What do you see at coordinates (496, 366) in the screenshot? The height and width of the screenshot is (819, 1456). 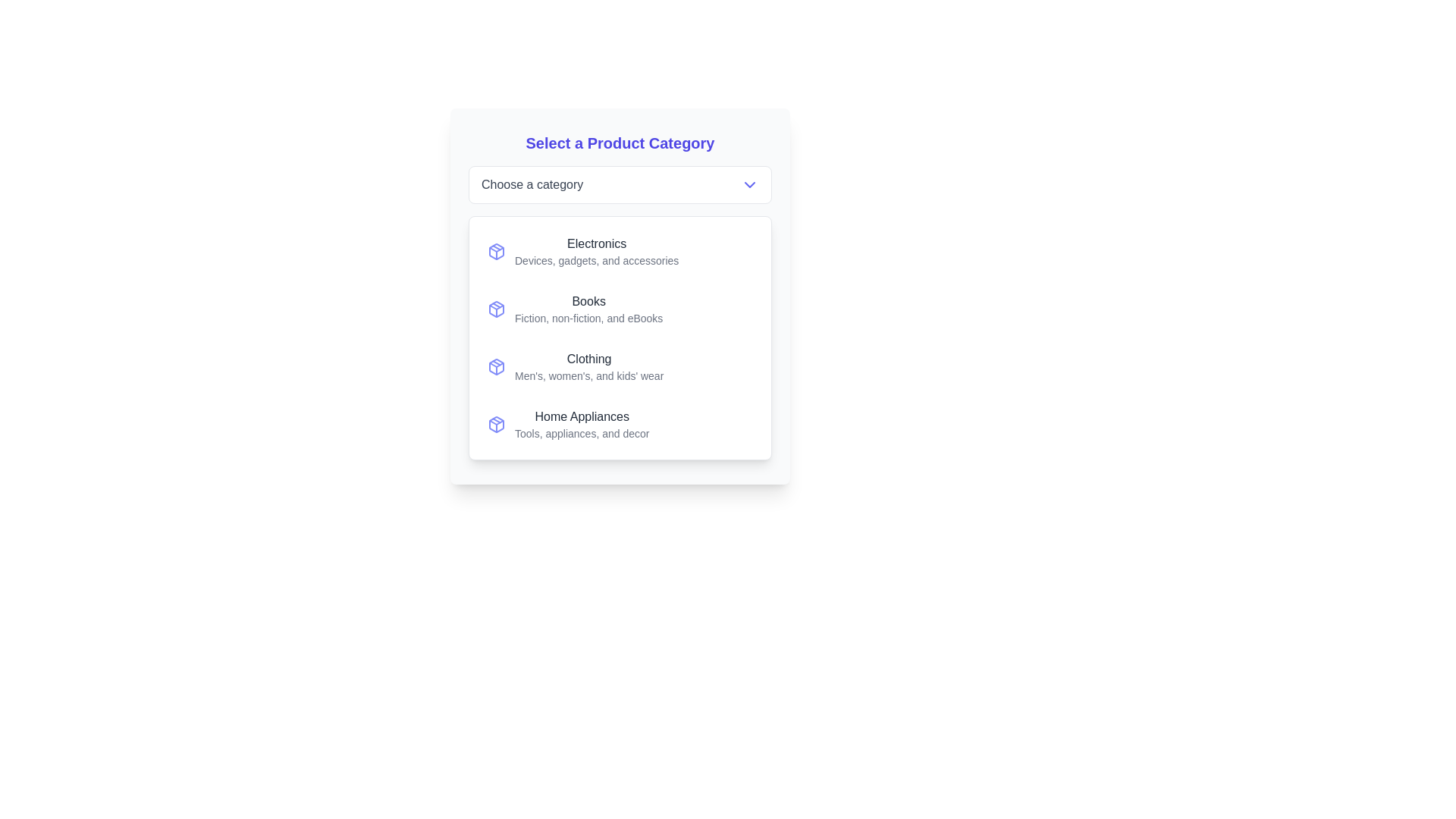 I see `the hexagonal SVG icon representing the 'Clothing' category in the vertical list of selectable categories` at bounding box center [496, 366].